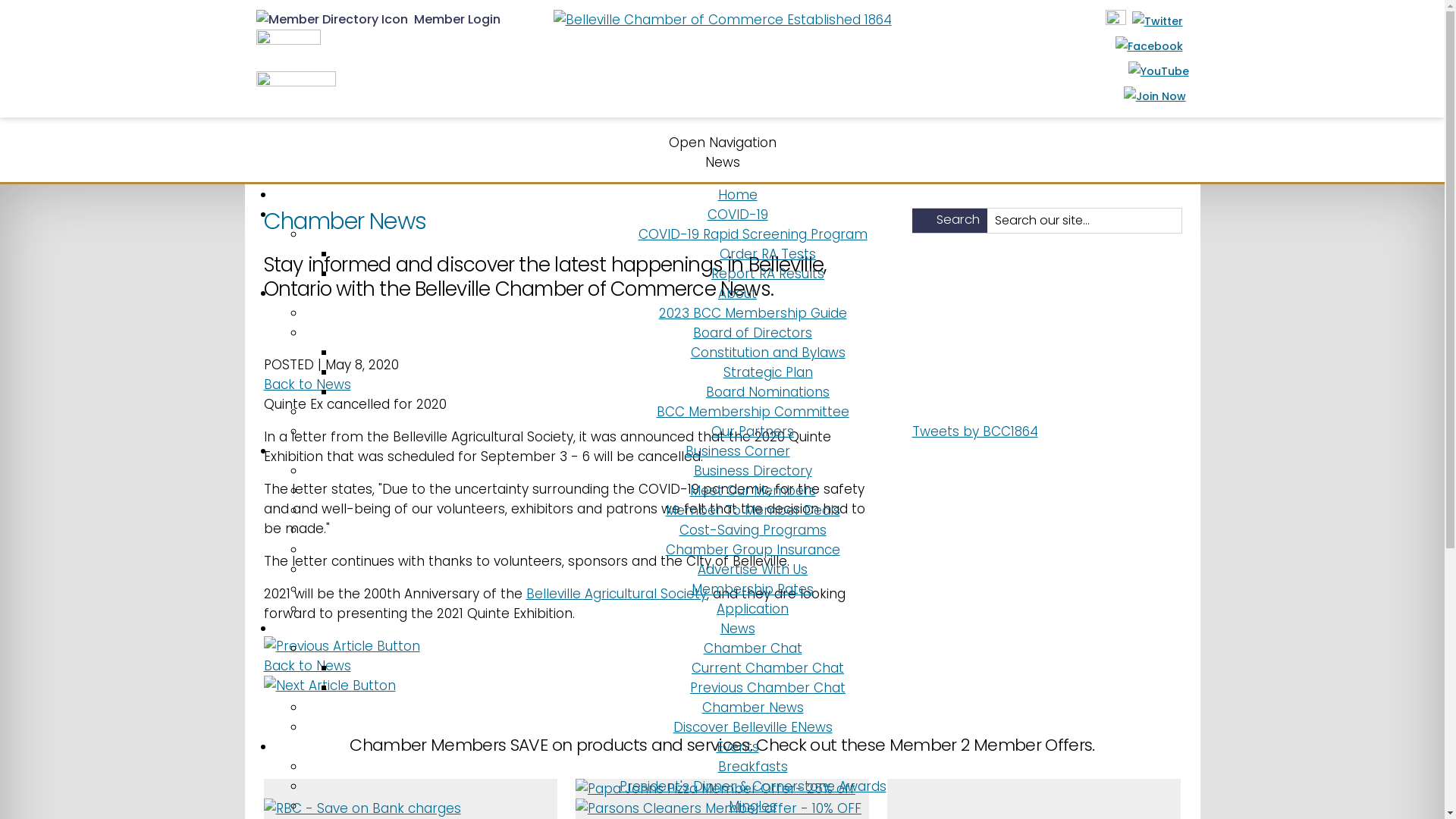  What do you see at coordinates (753, 550) in the screenshot?
I see `'Chamber Group Insurance'` at bounding box center [753, 550].